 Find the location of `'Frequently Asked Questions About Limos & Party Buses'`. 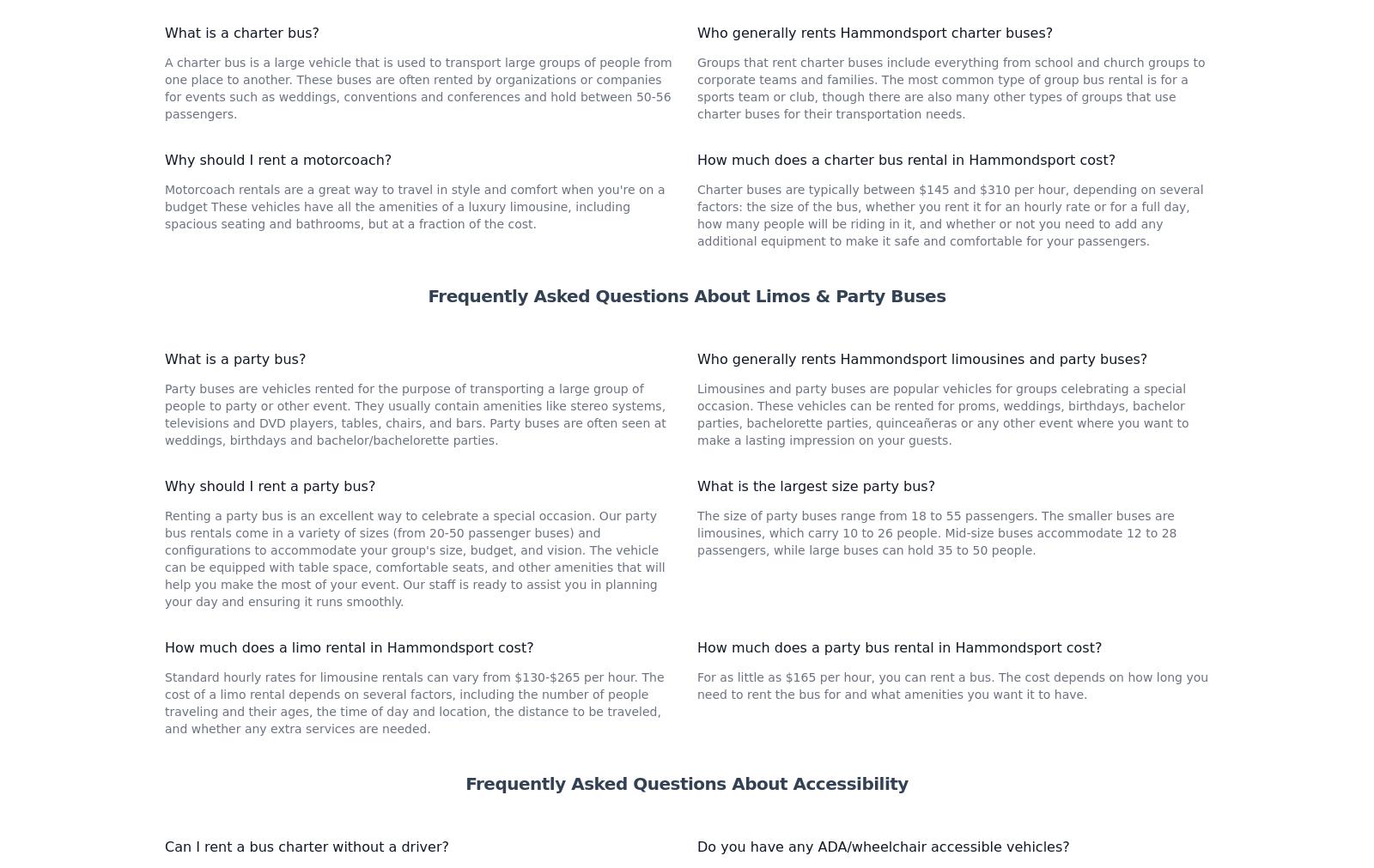

'Frequently Asked Questions About Limos & Party Buses' is located at coordinates (686, 525).